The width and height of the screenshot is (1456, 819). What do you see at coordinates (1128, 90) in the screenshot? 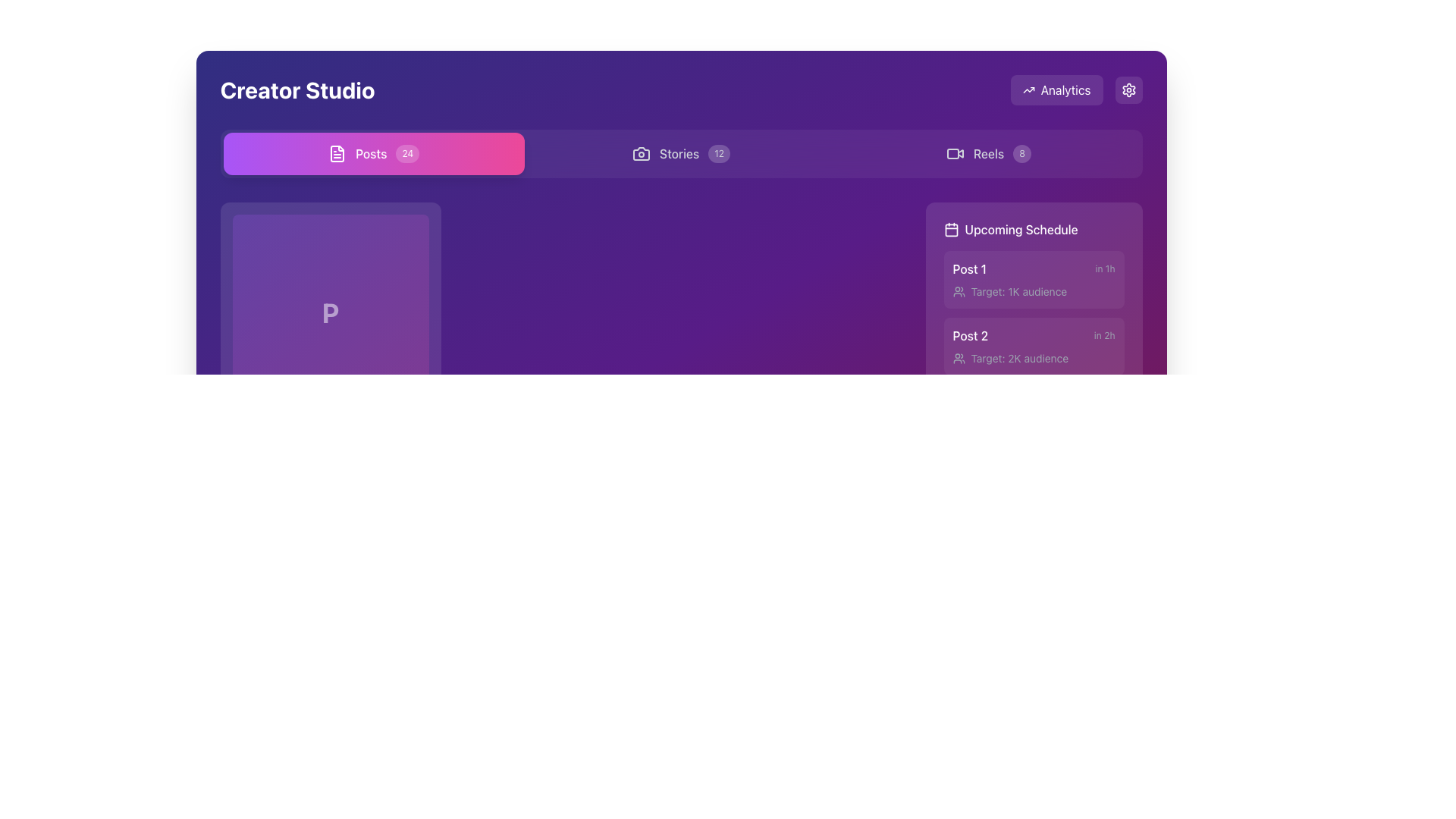
I see `the gear-shaped IconButton located at the top-right corner of the interface` at bounding box center [1128, 90].